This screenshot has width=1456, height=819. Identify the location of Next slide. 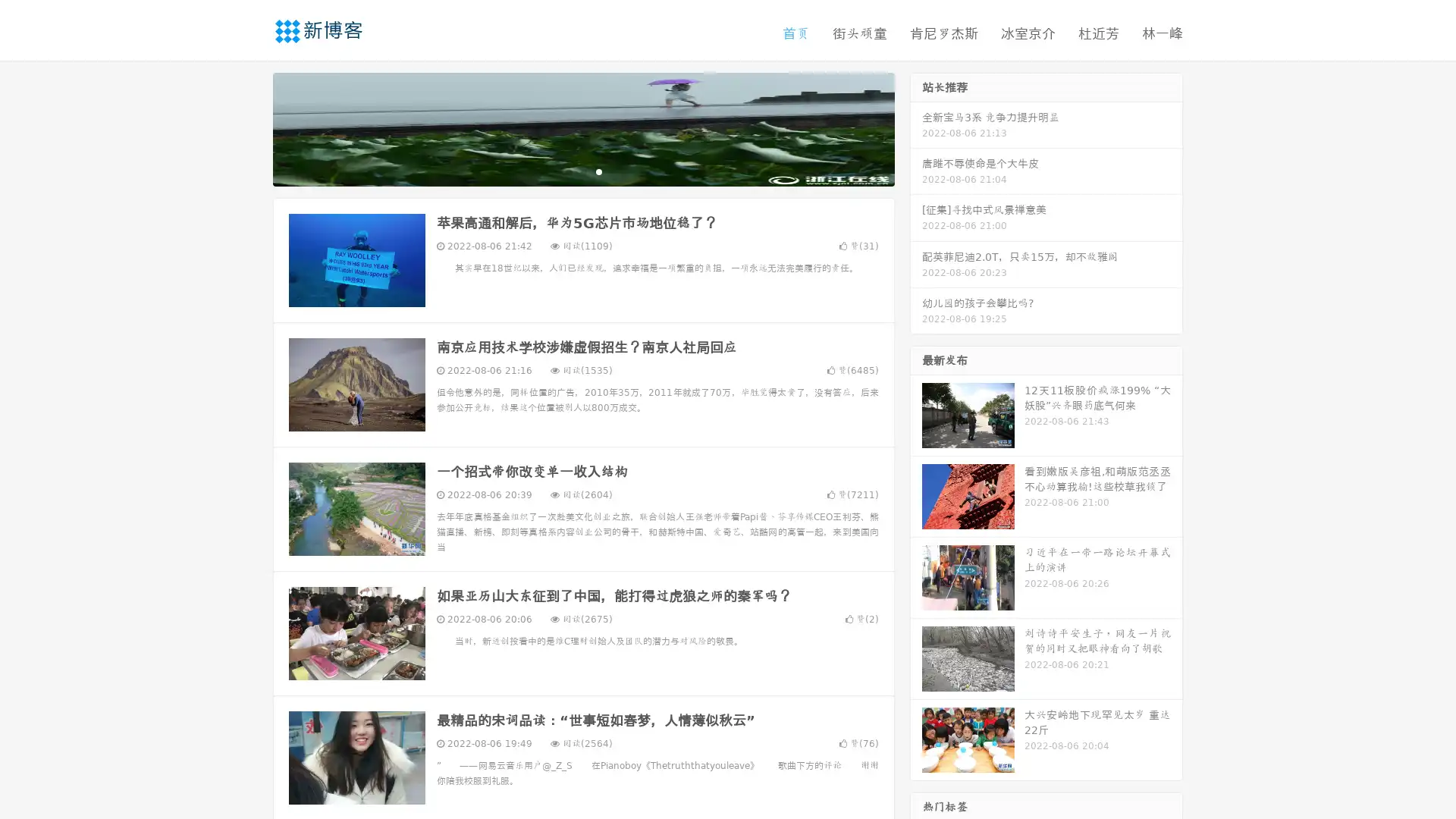
(916, 127).